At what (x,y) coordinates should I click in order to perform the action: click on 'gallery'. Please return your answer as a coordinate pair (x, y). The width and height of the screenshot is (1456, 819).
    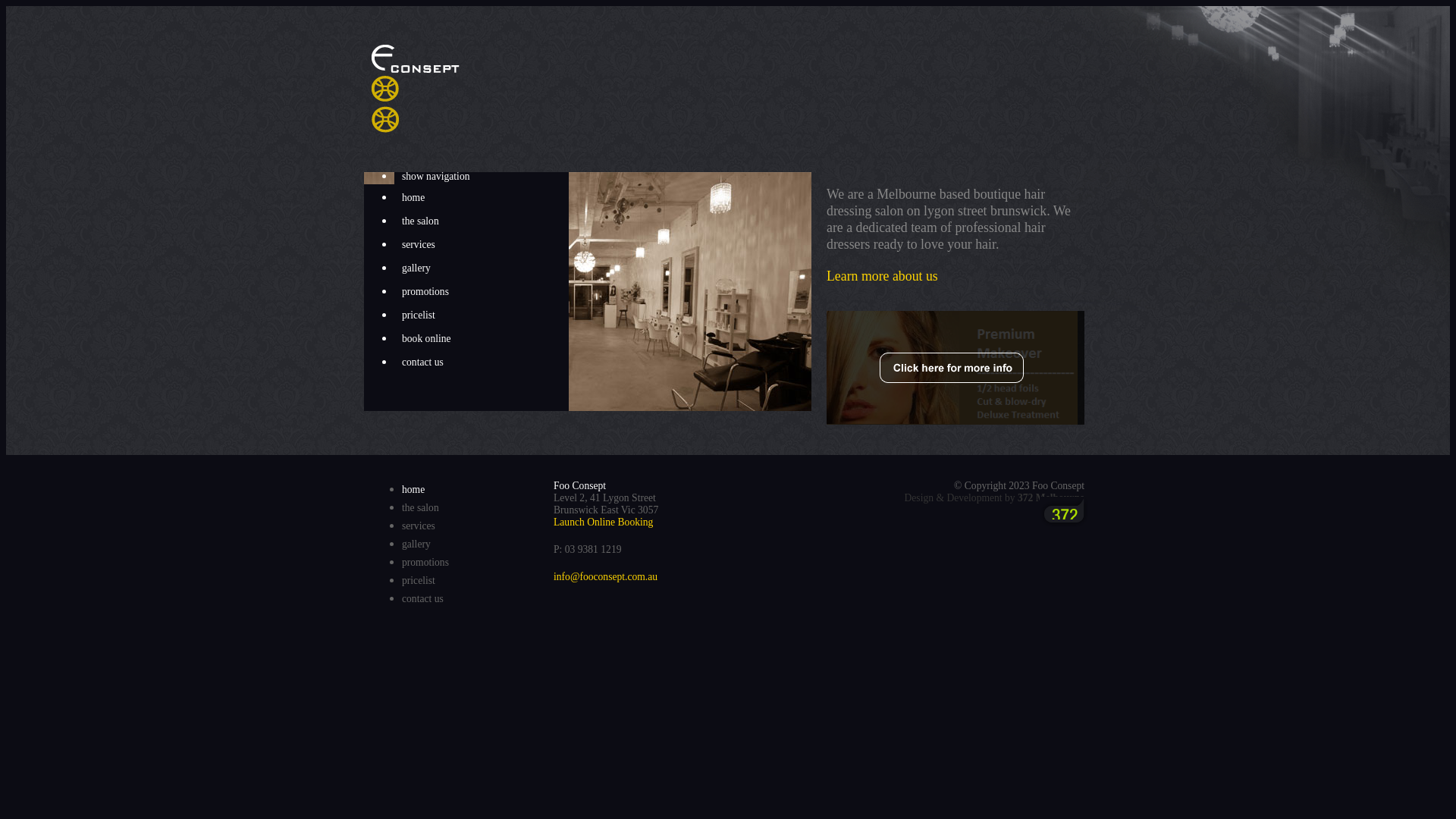
    Looking at the image, I should click on (480, 268).